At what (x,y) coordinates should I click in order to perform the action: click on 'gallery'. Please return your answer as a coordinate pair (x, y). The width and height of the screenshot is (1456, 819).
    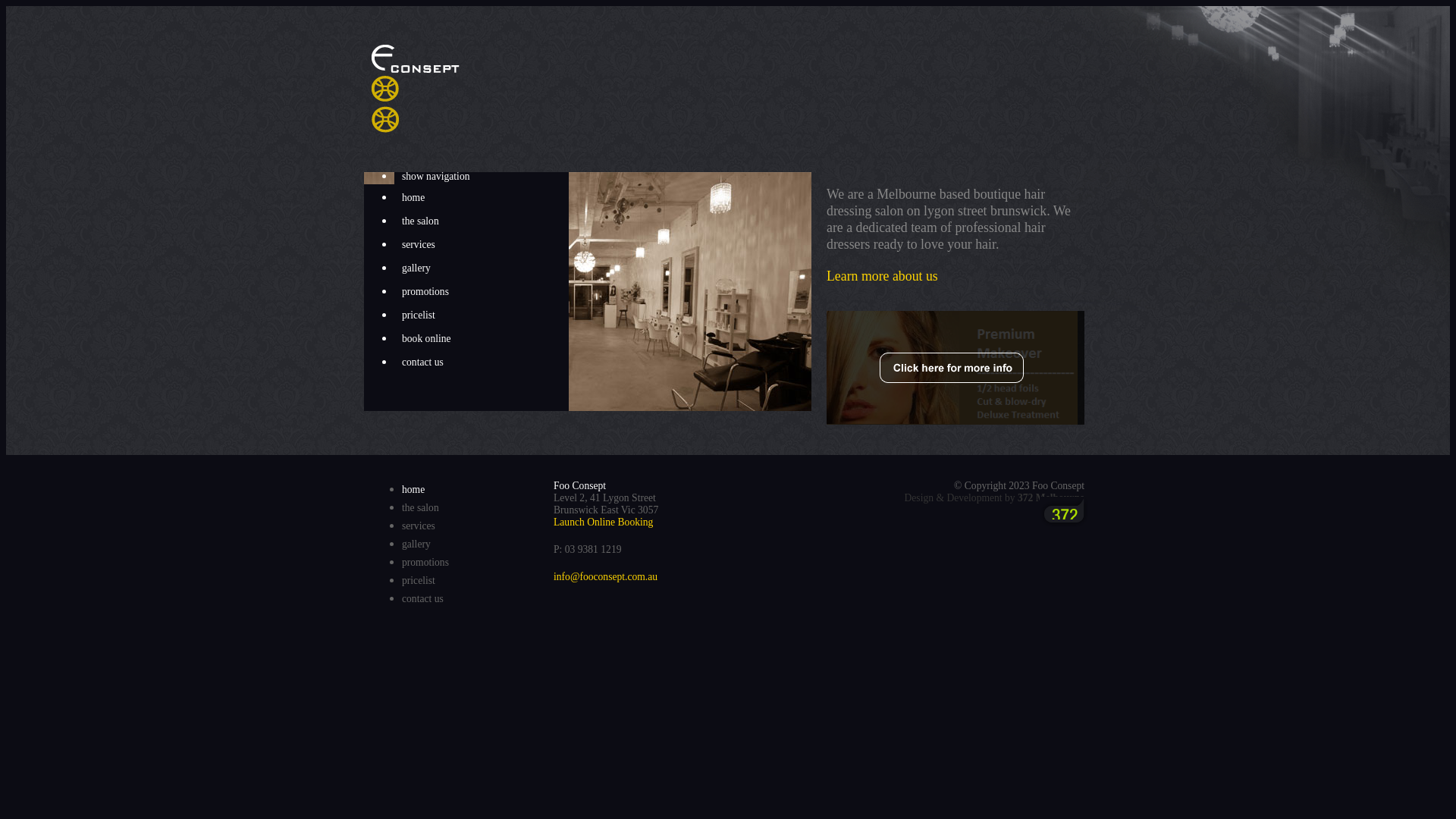
    Looking at the image, I should click on (480, 268).